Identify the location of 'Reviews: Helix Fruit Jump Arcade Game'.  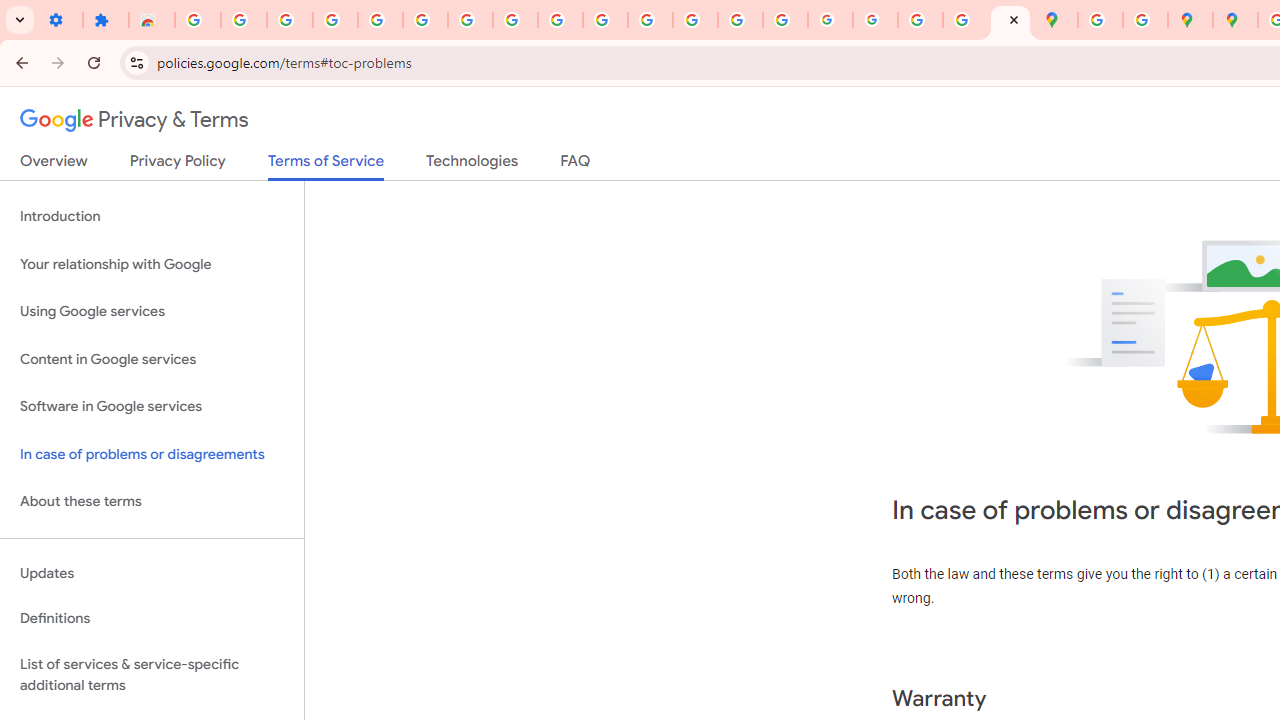
(151, 20).